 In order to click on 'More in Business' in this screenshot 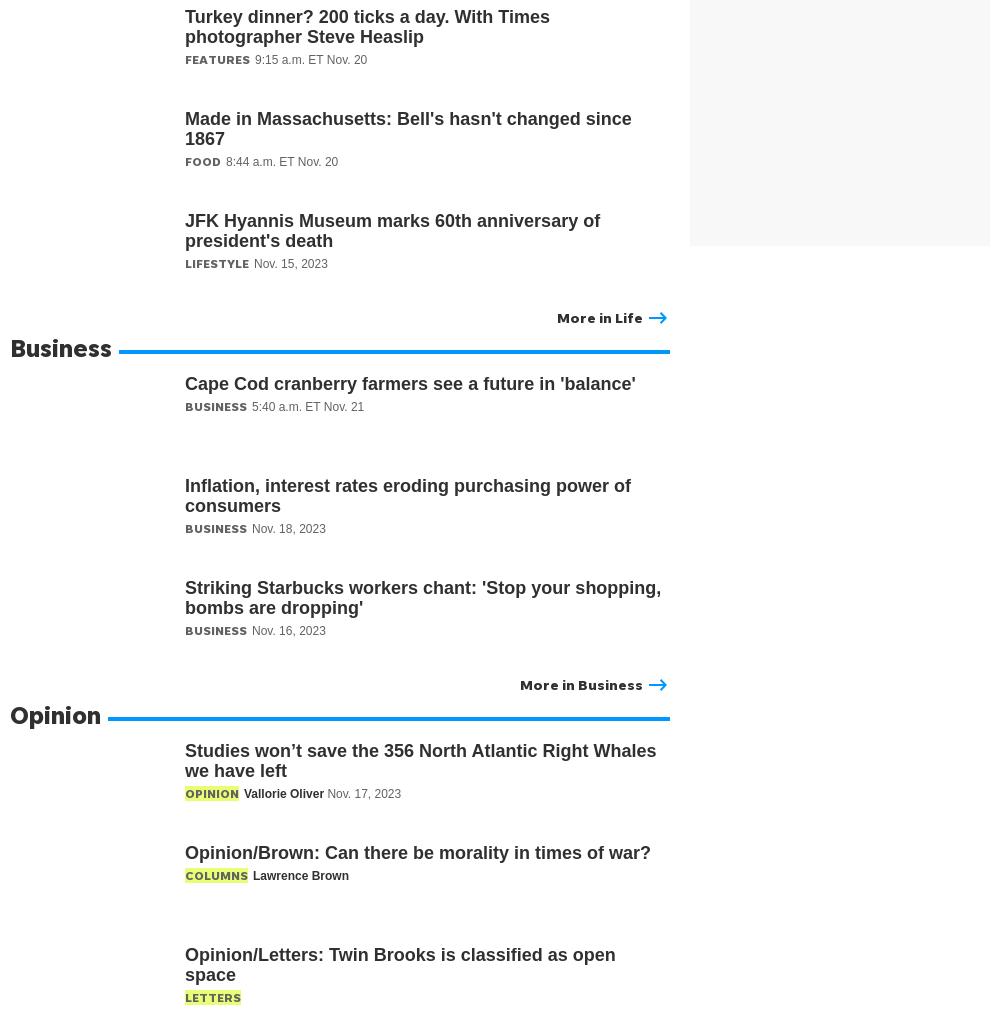, I will do `click(580, 683)`.